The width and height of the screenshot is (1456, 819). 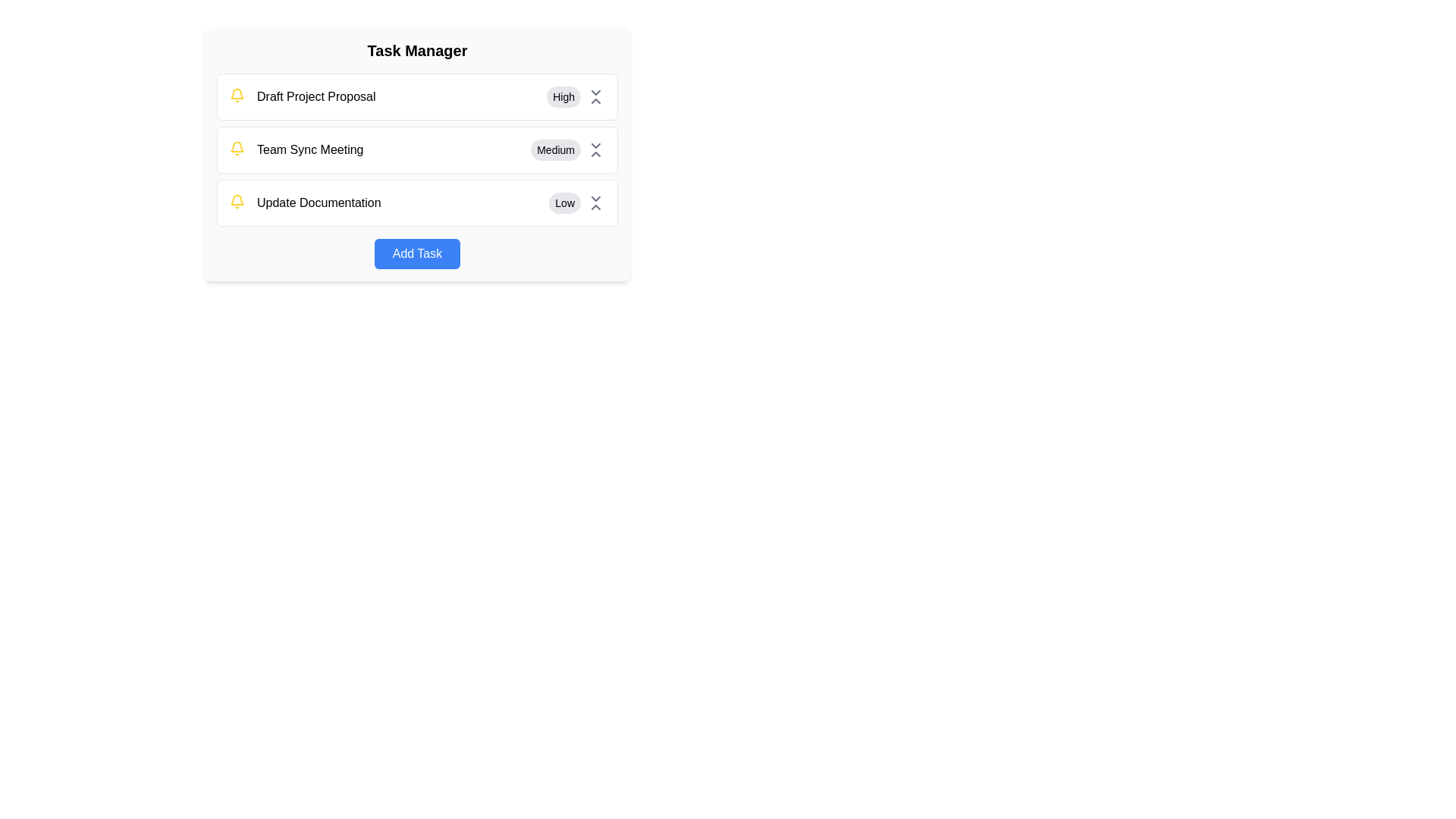 I want to click on the non-interactive text label displaying 'Update Documentation', which is the third task in the task list, so click(x=318, y=202).